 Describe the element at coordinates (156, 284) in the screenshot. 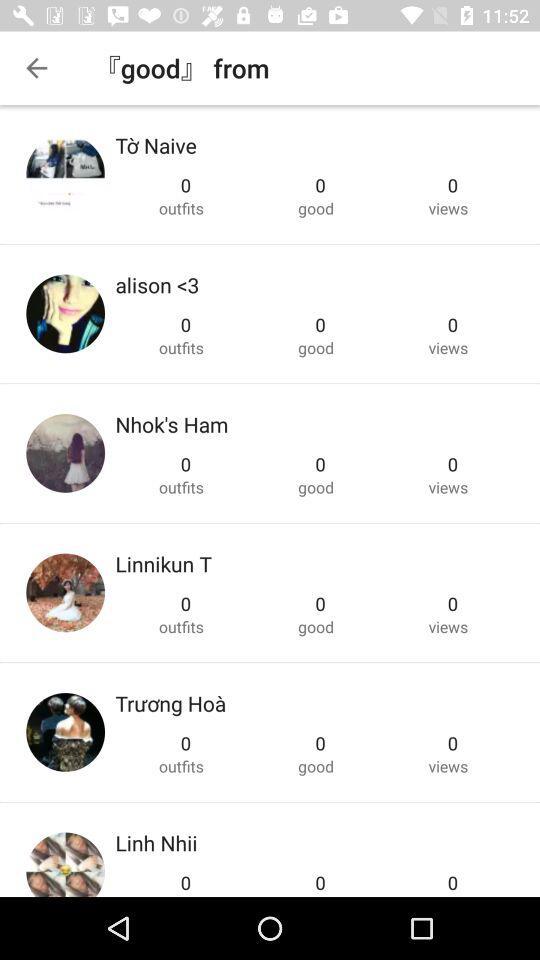

I see `the icon above the   0 icon` at that location.